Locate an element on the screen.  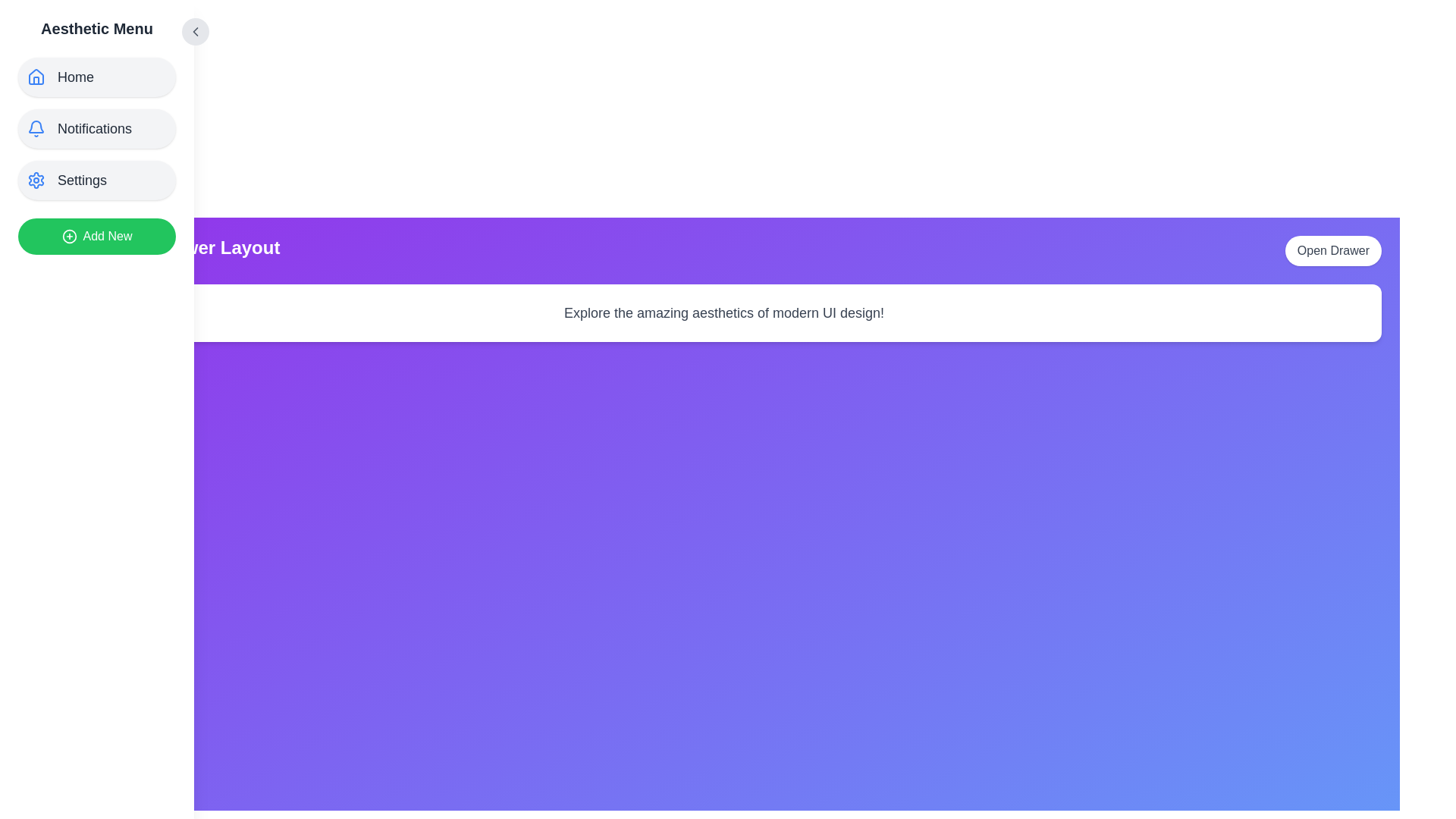
the 'Notifications' button in the vertical stack of buttons, which is positioned under the 'Aesthetic Menu' title and above the 'Add New' button is located at coordinates (96, 127).